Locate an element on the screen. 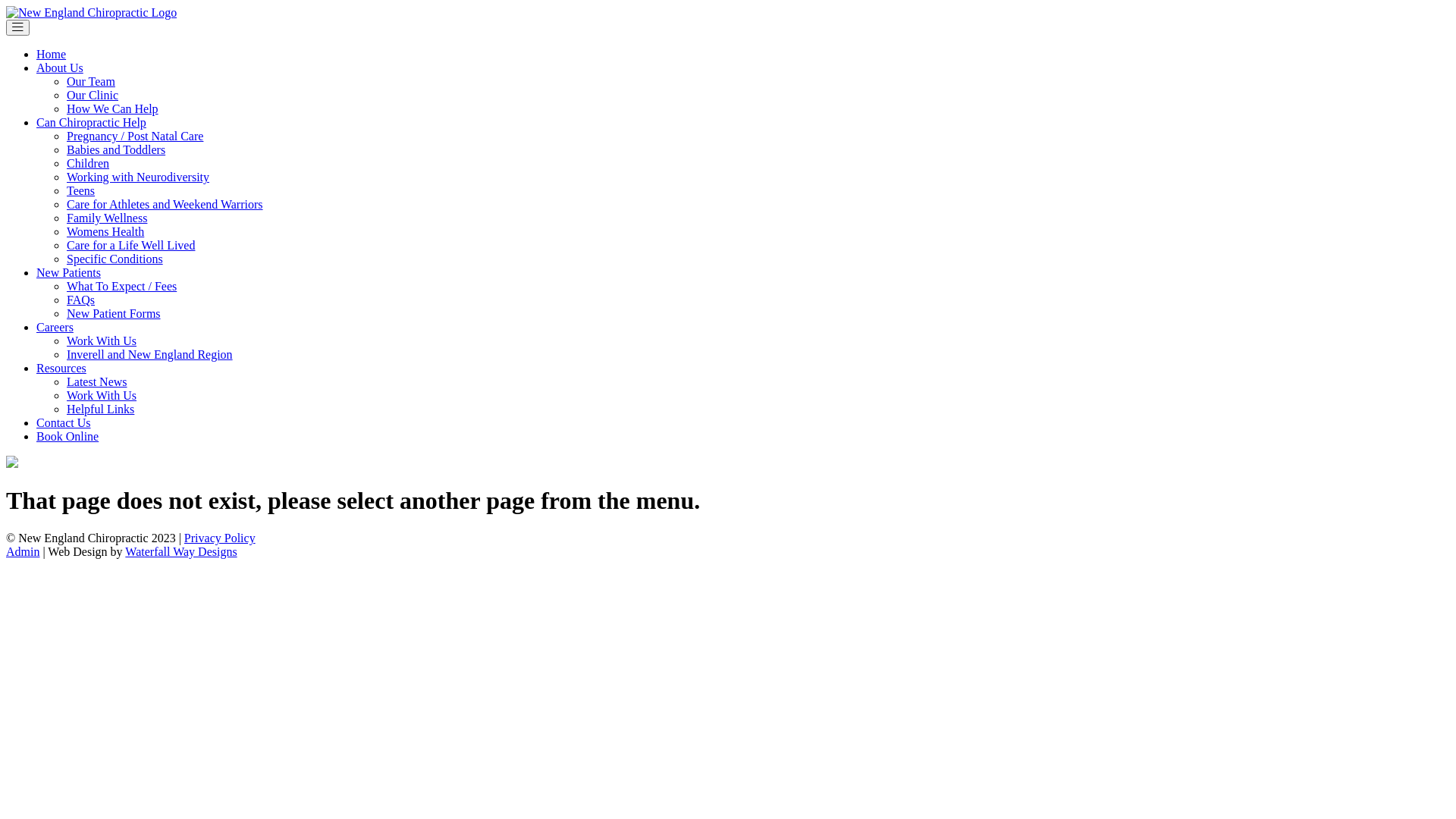 The width and height of the screenshot is (1456, 819). 'Admin' is located at coordinates (22, 551).